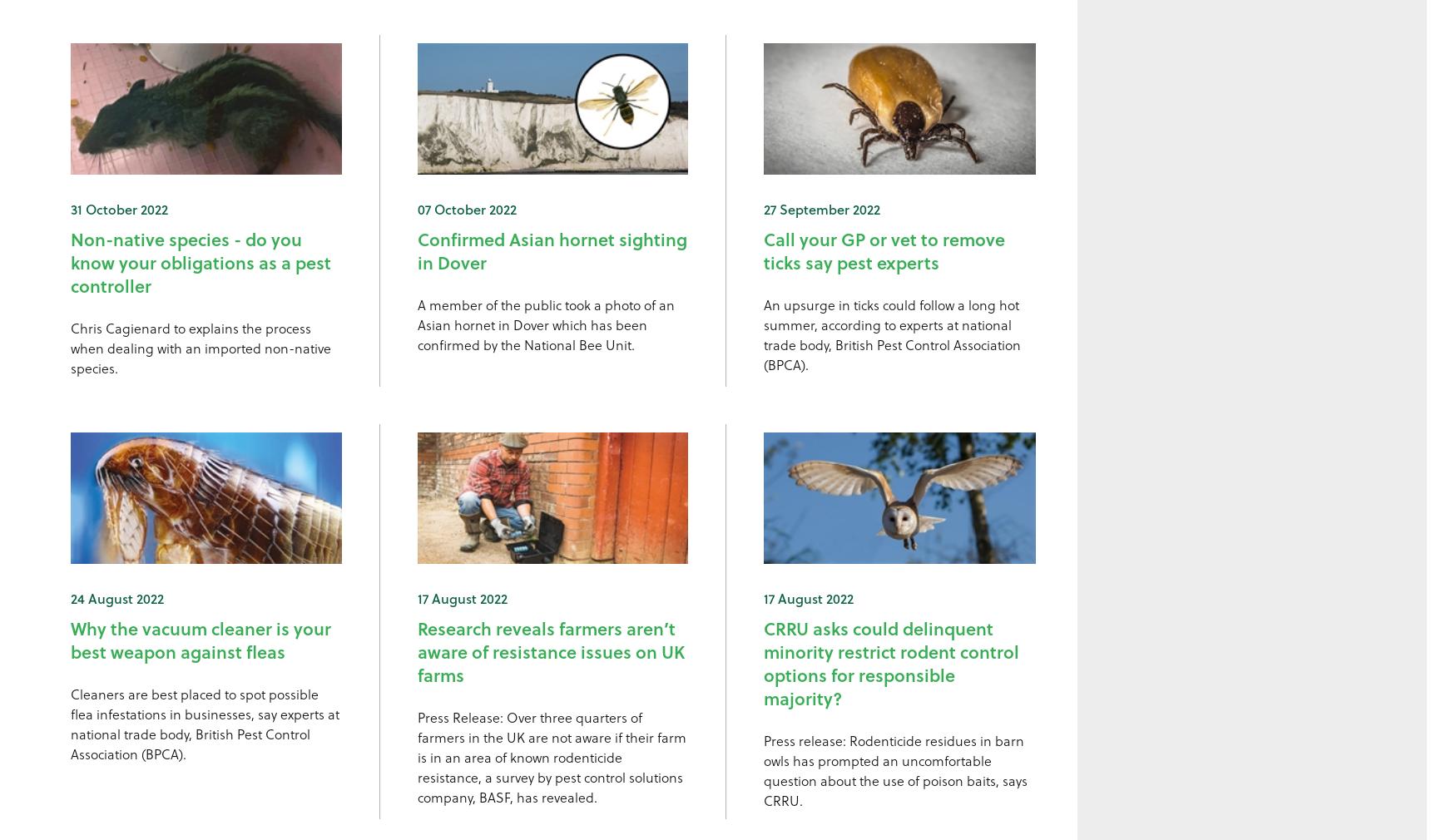  I want to click on 'Research reveals farmers aren’t aware of resistance issues on UK farms', so click(549, 650).